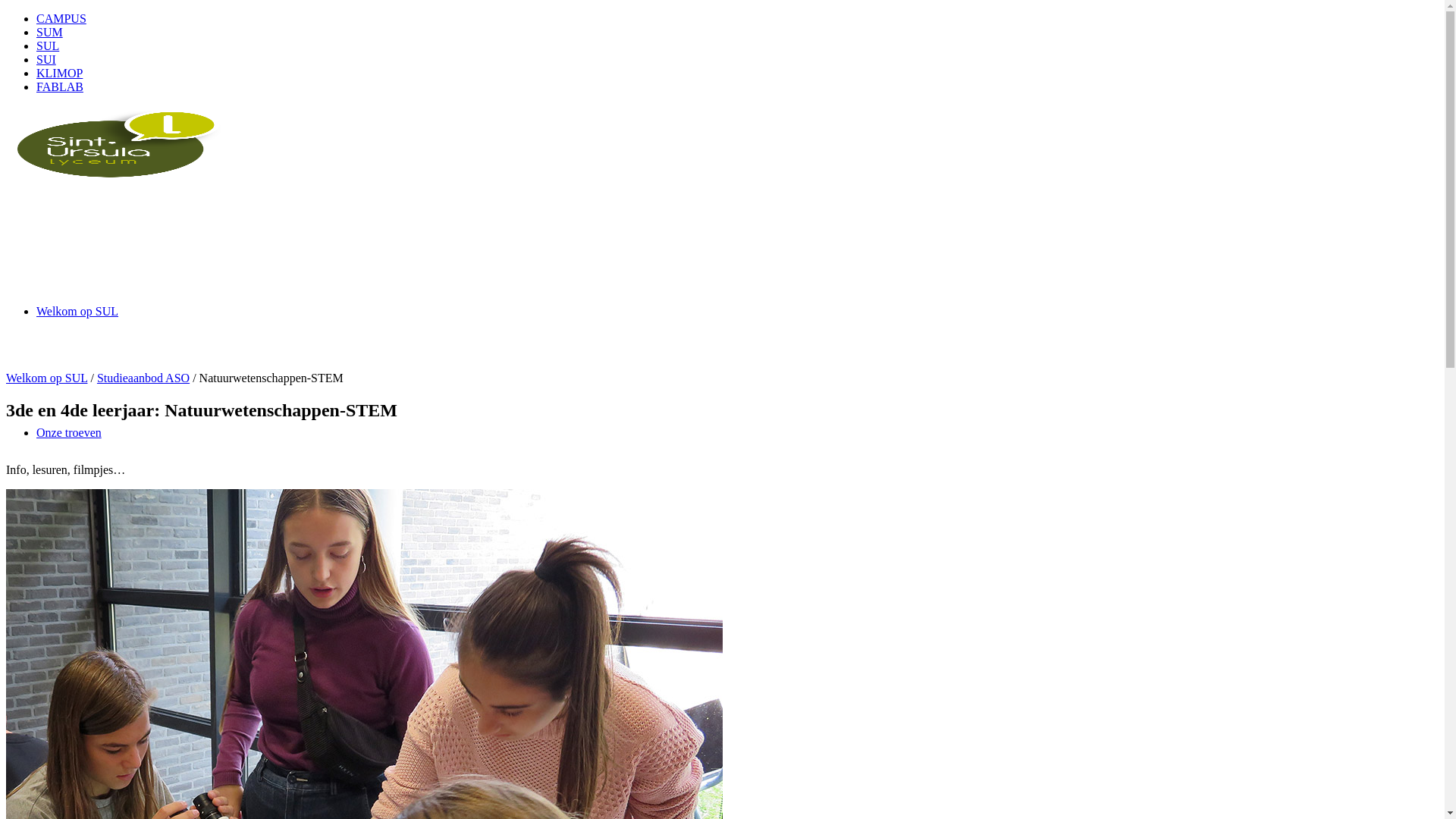 This screenshot has width=1456, height=819. What do you see at coordinates (36, 674) in the screenshot?
I see `'Inschrijvingen'` at bounding box center [36, 674].